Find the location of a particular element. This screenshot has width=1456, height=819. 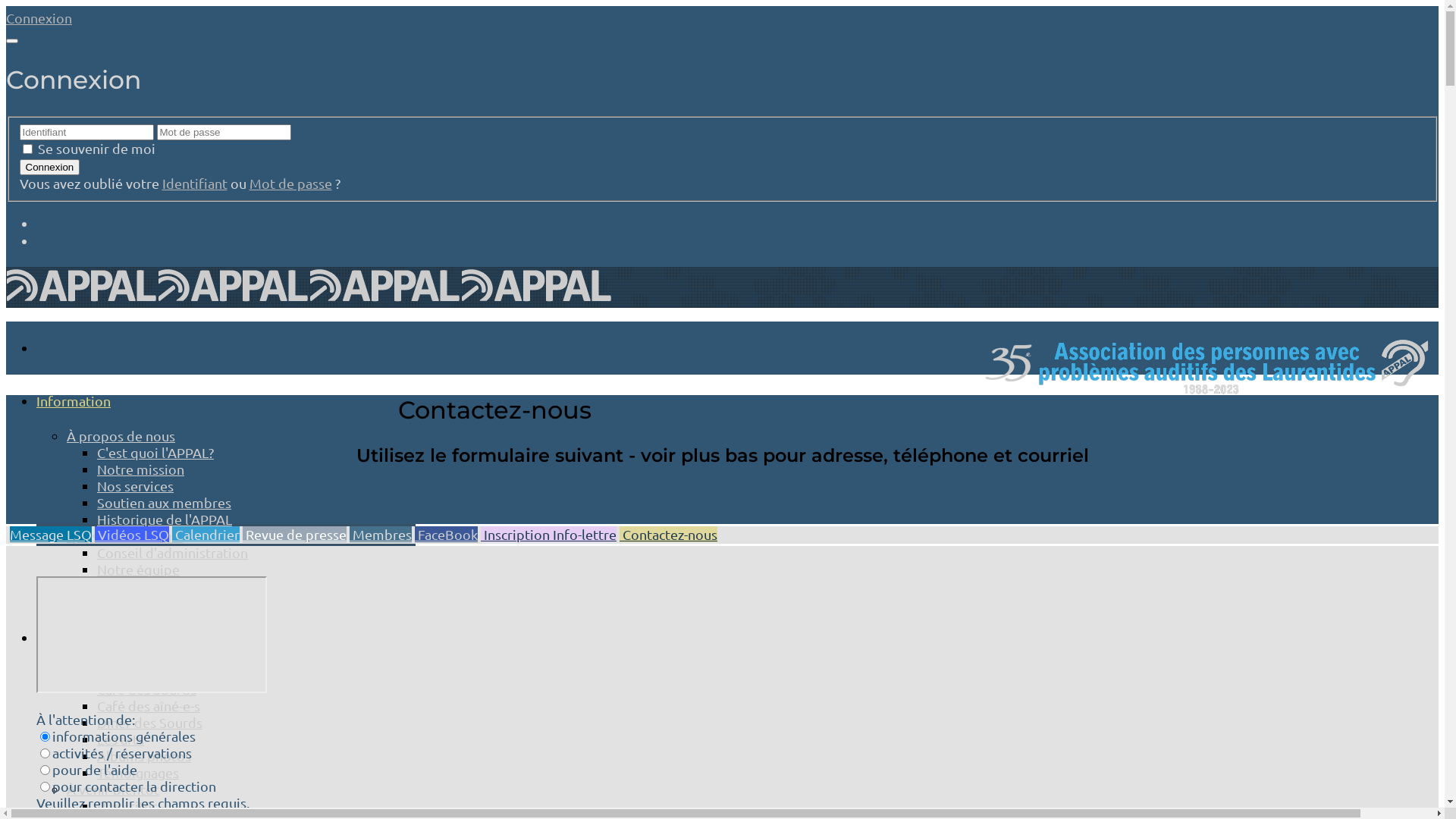

'Contactez-nous' is located at coordinates (667, 533).